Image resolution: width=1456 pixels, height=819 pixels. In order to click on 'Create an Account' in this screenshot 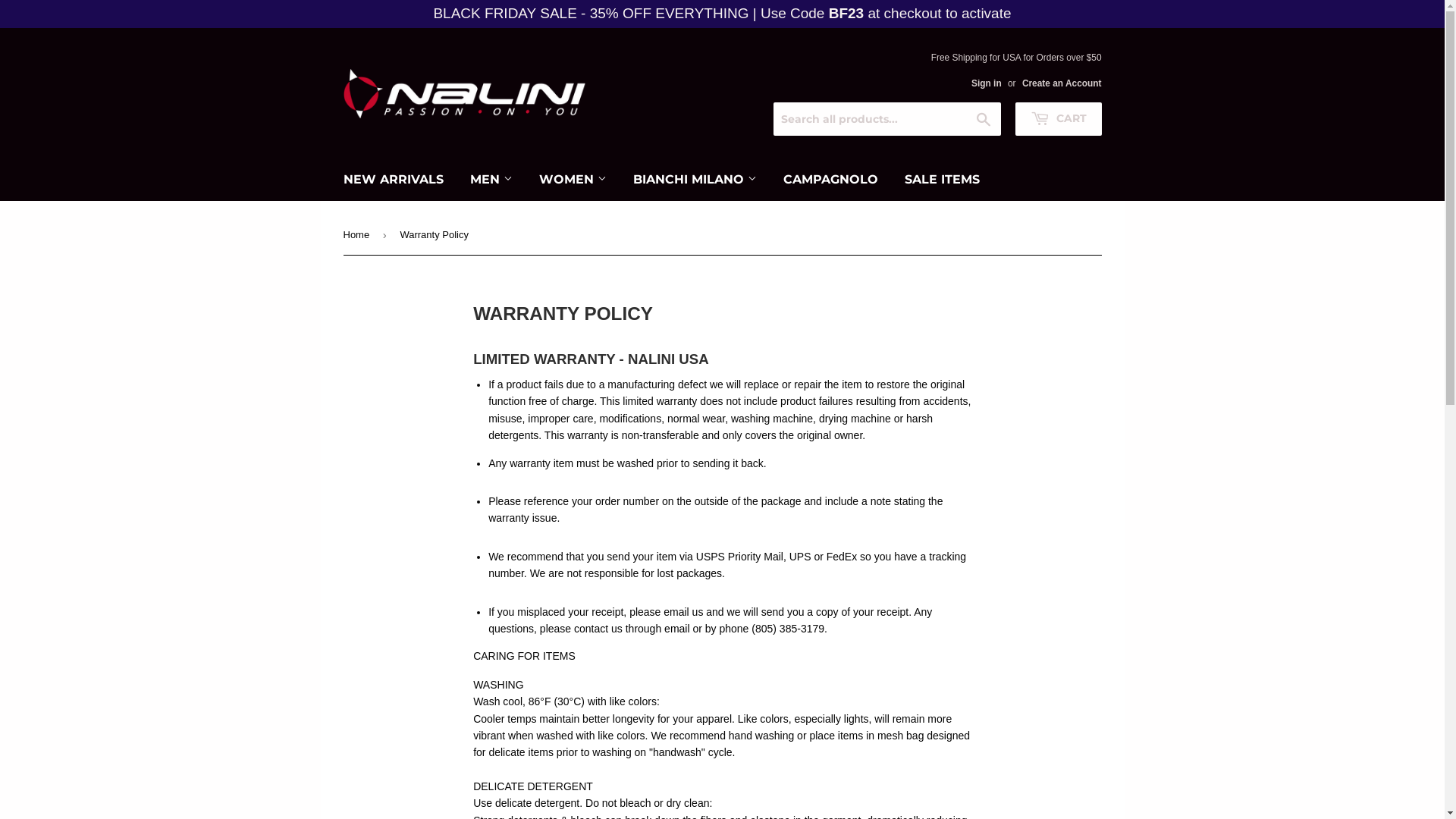, I will do `click(1061, 83)`.